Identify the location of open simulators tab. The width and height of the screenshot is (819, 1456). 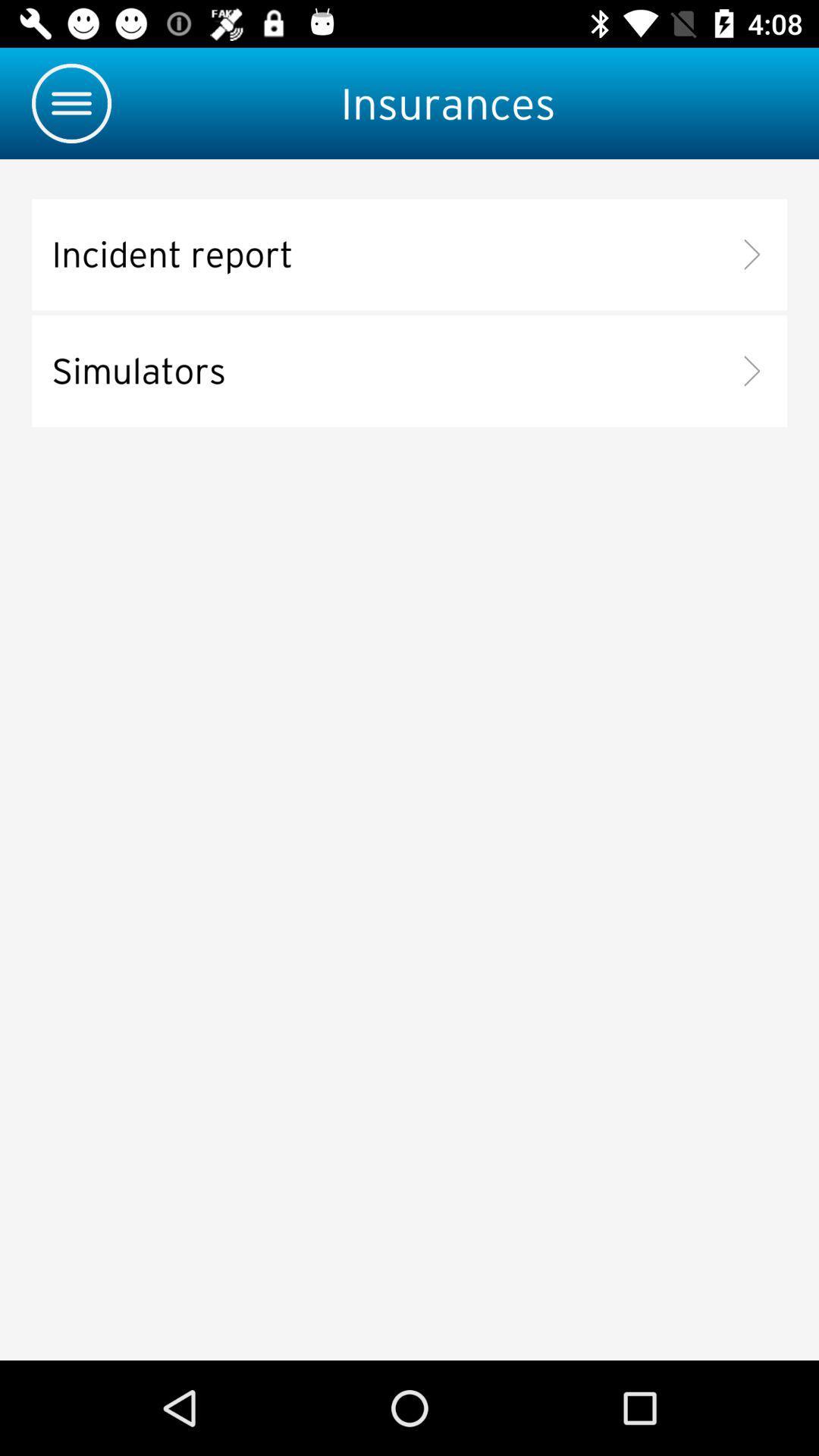
(409, 371).